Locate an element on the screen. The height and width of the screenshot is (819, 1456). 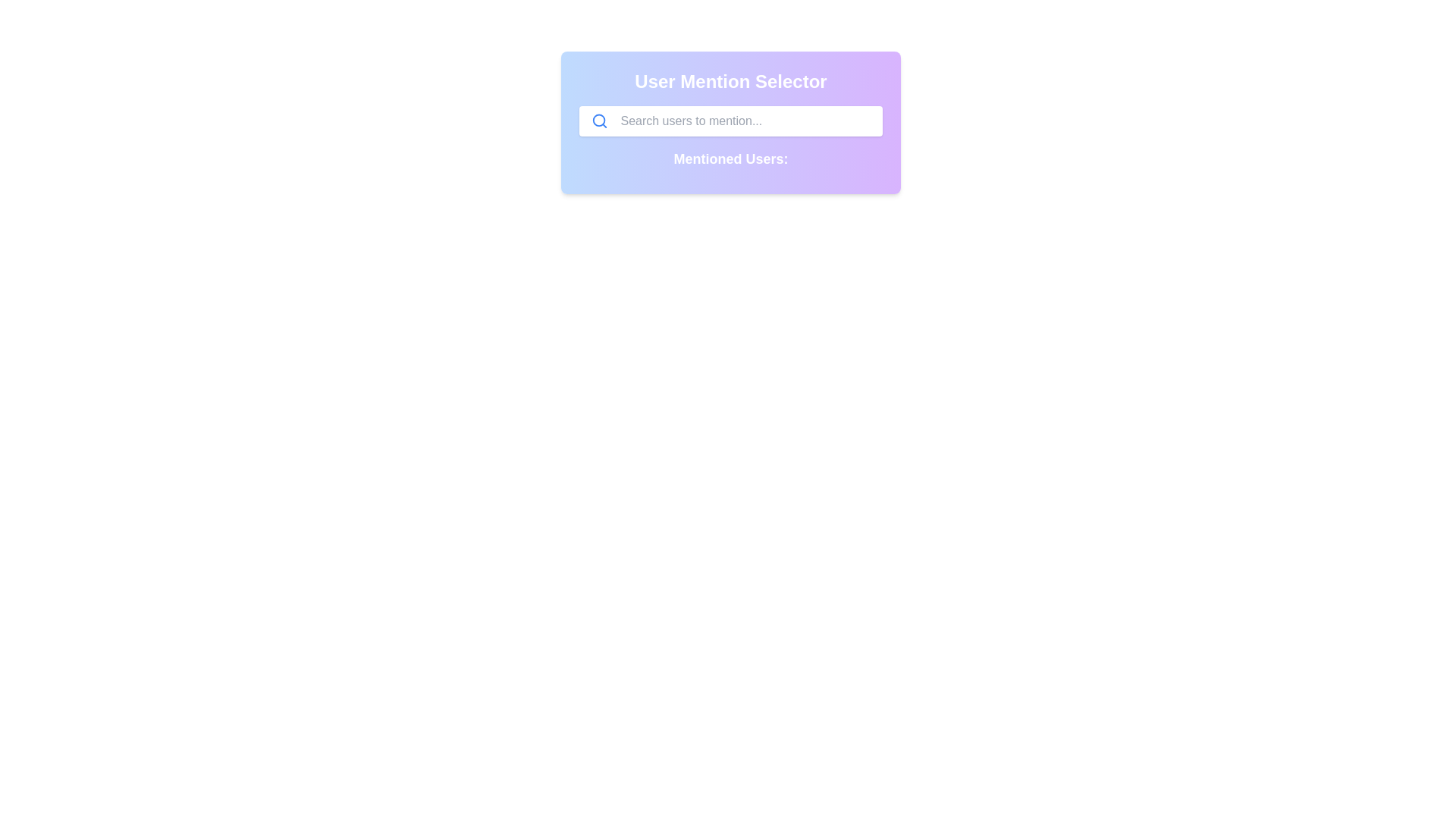
the inner circular part of the magnifying glass icon, which signifies the search feature, located near the top center of the 'User Mention Selector' interface panel is located at coordinates (598, 120).